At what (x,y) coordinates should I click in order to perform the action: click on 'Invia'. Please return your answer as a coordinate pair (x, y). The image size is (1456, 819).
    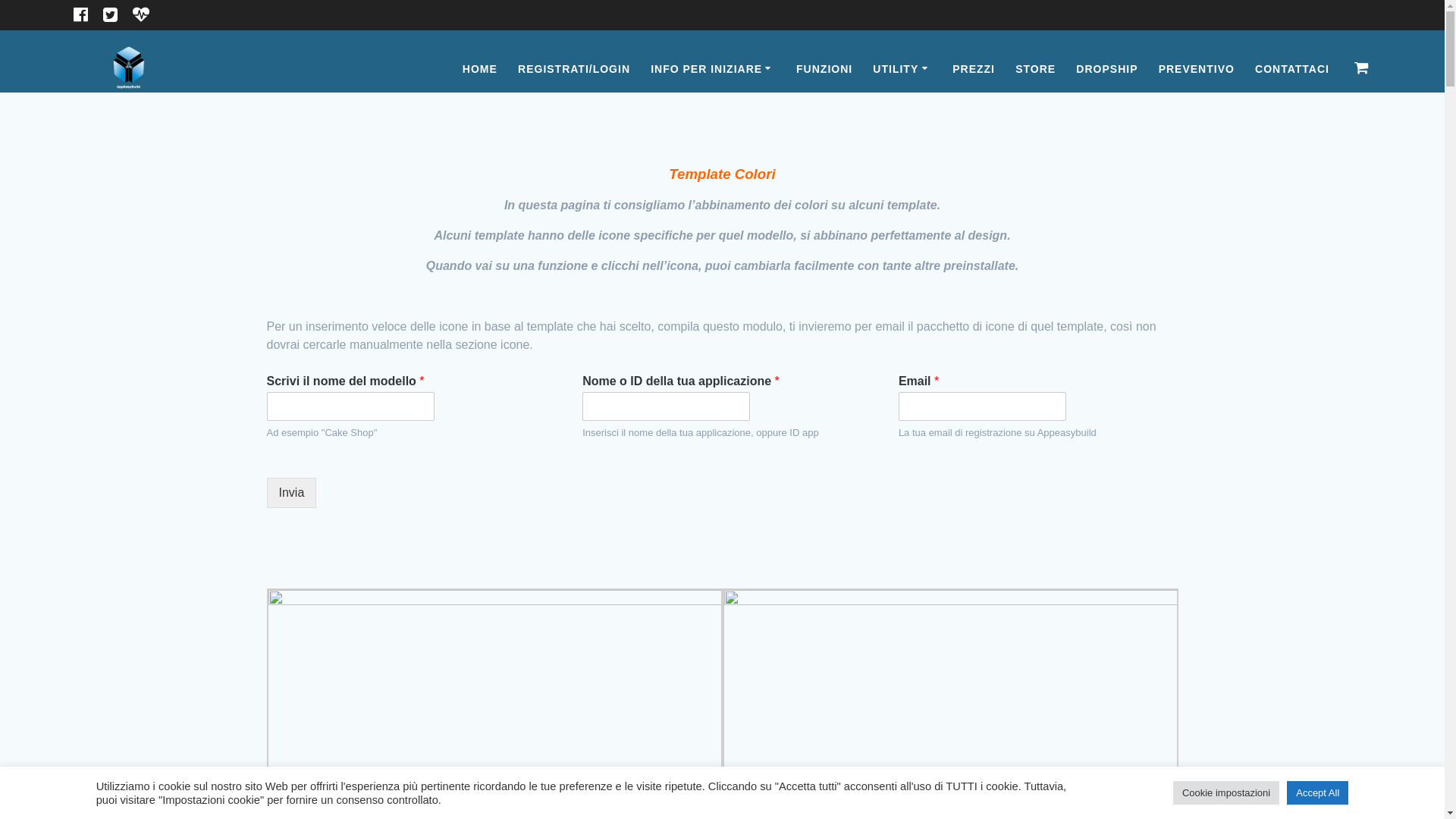
    Looking at the image, I should click on (291, 493).